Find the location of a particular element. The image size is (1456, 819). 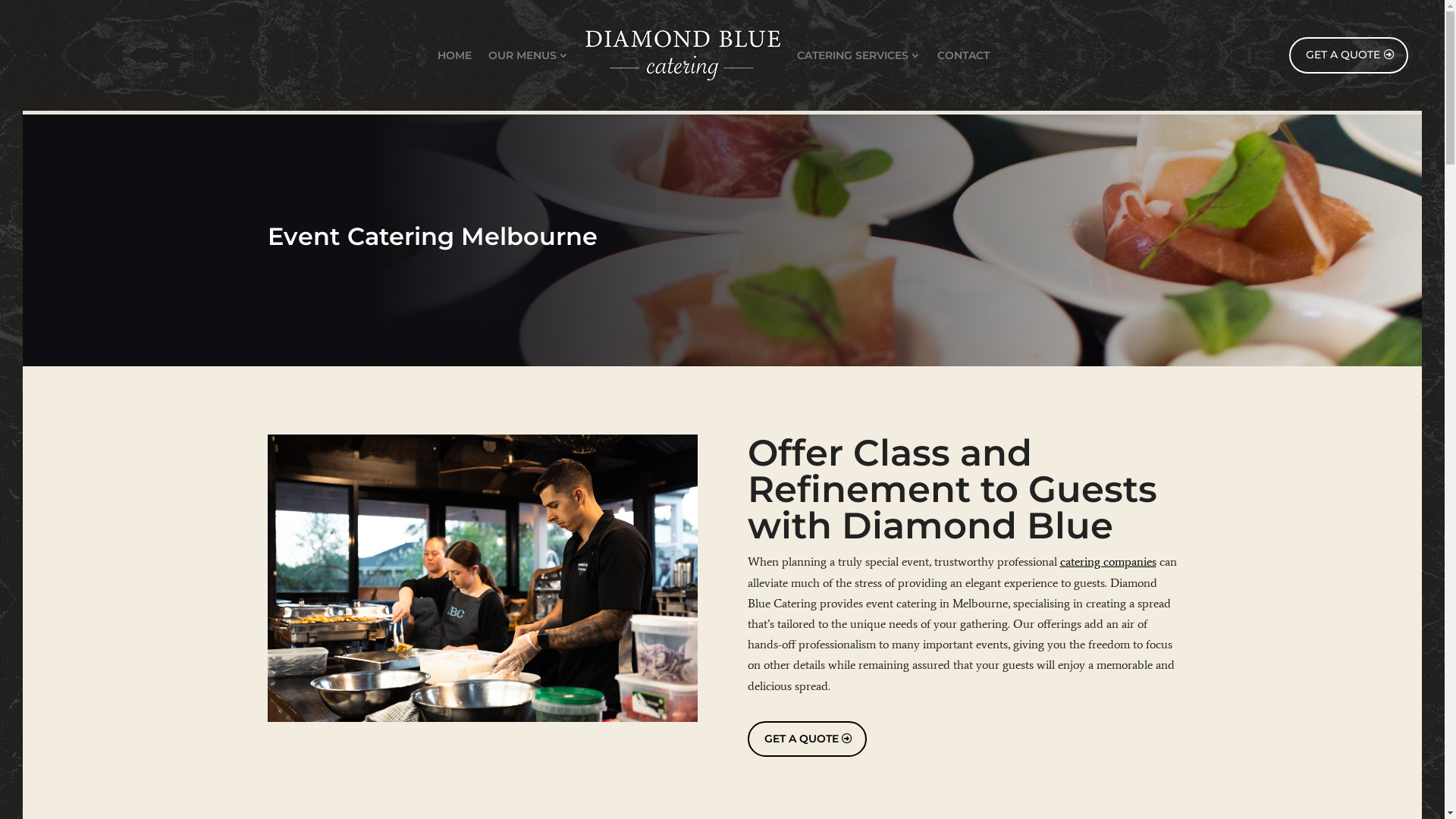

'DSC04533' is located at coordinates (481, 578).